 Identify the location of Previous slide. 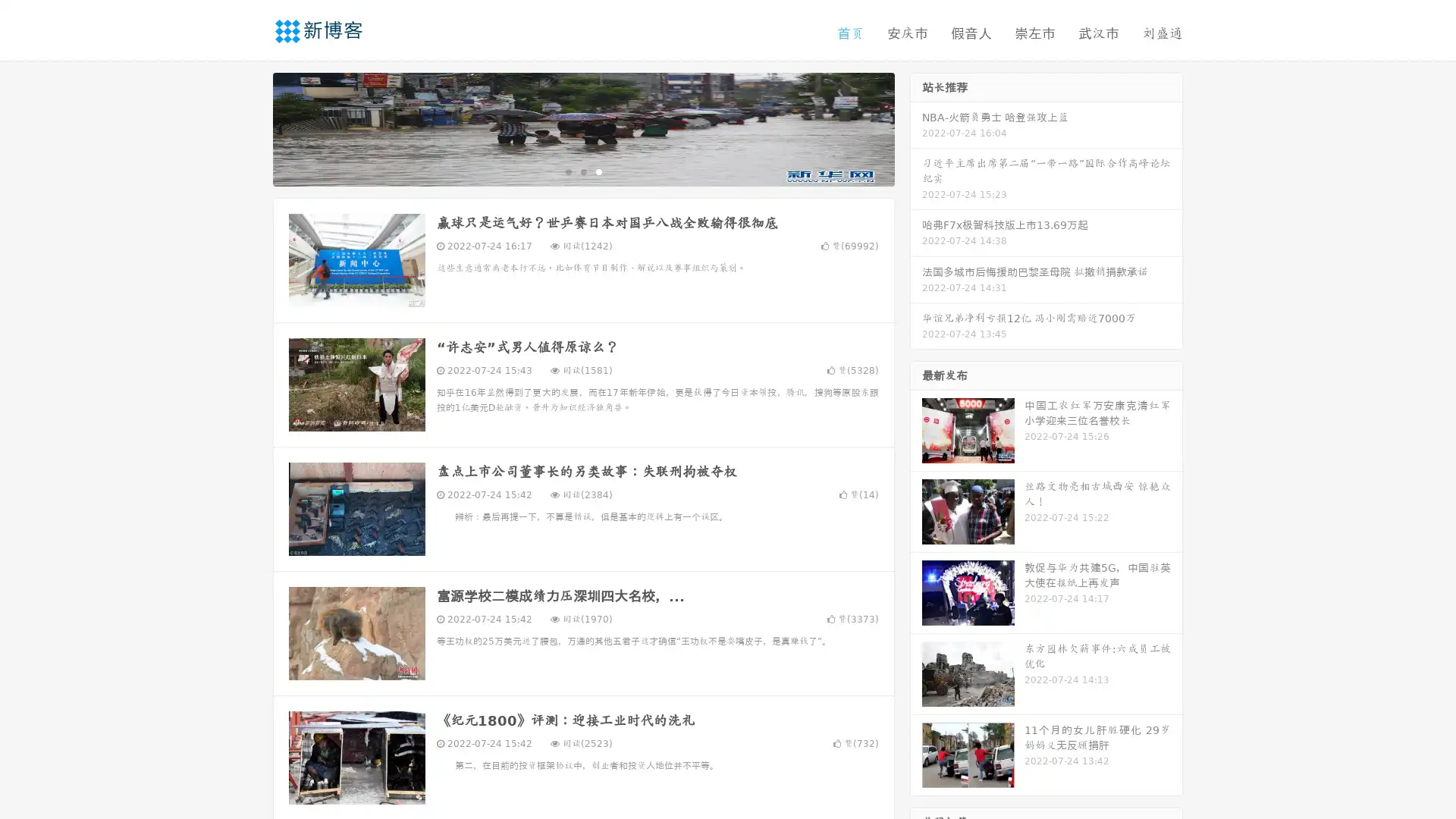
(250, 127).